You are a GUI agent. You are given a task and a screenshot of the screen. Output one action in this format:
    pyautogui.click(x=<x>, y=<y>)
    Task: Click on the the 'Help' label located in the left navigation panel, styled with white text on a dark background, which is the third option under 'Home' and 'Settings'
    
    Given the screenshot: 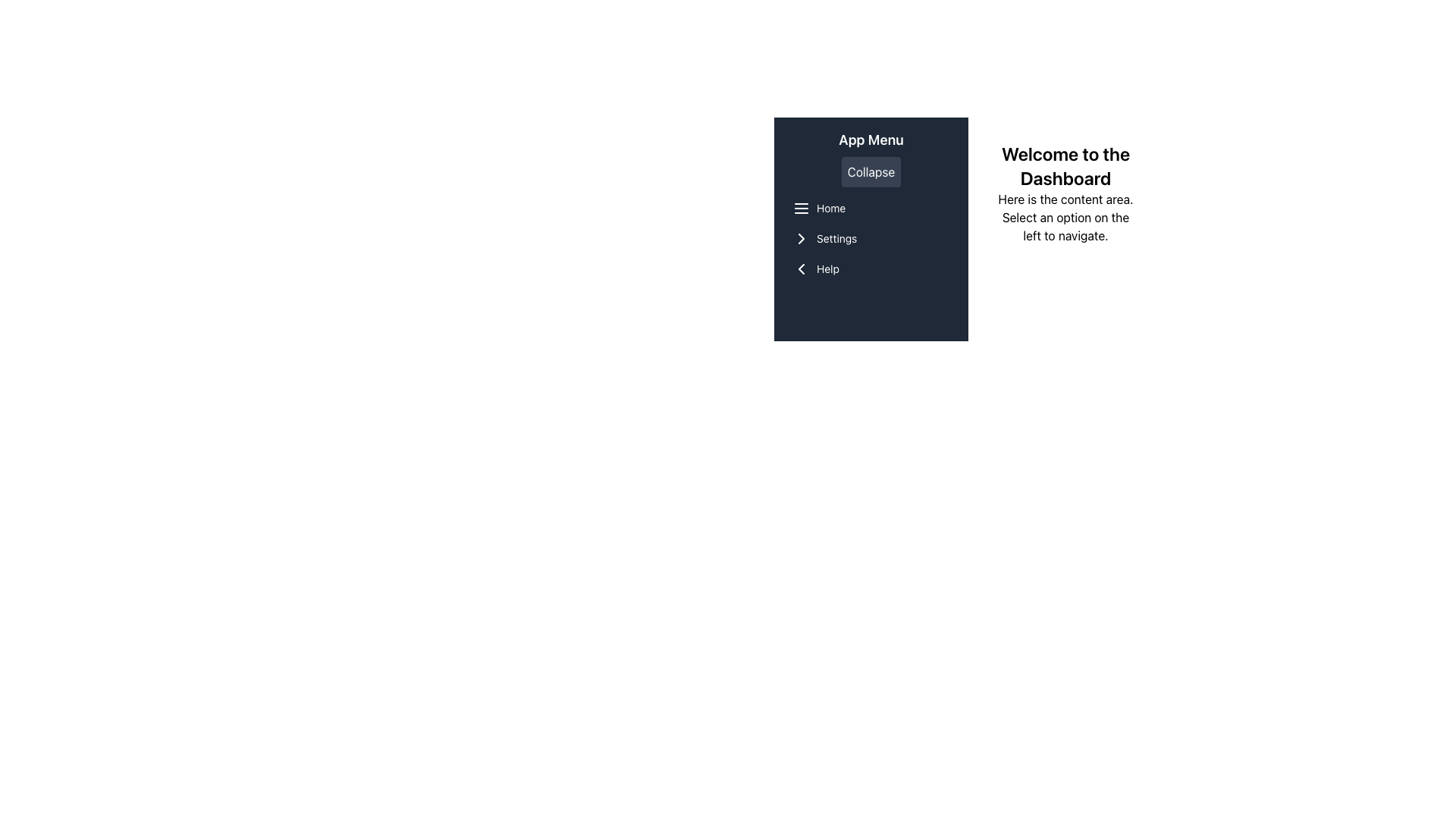 What is the action you would take?
    pyautogui.click(x=827, y=268)
    